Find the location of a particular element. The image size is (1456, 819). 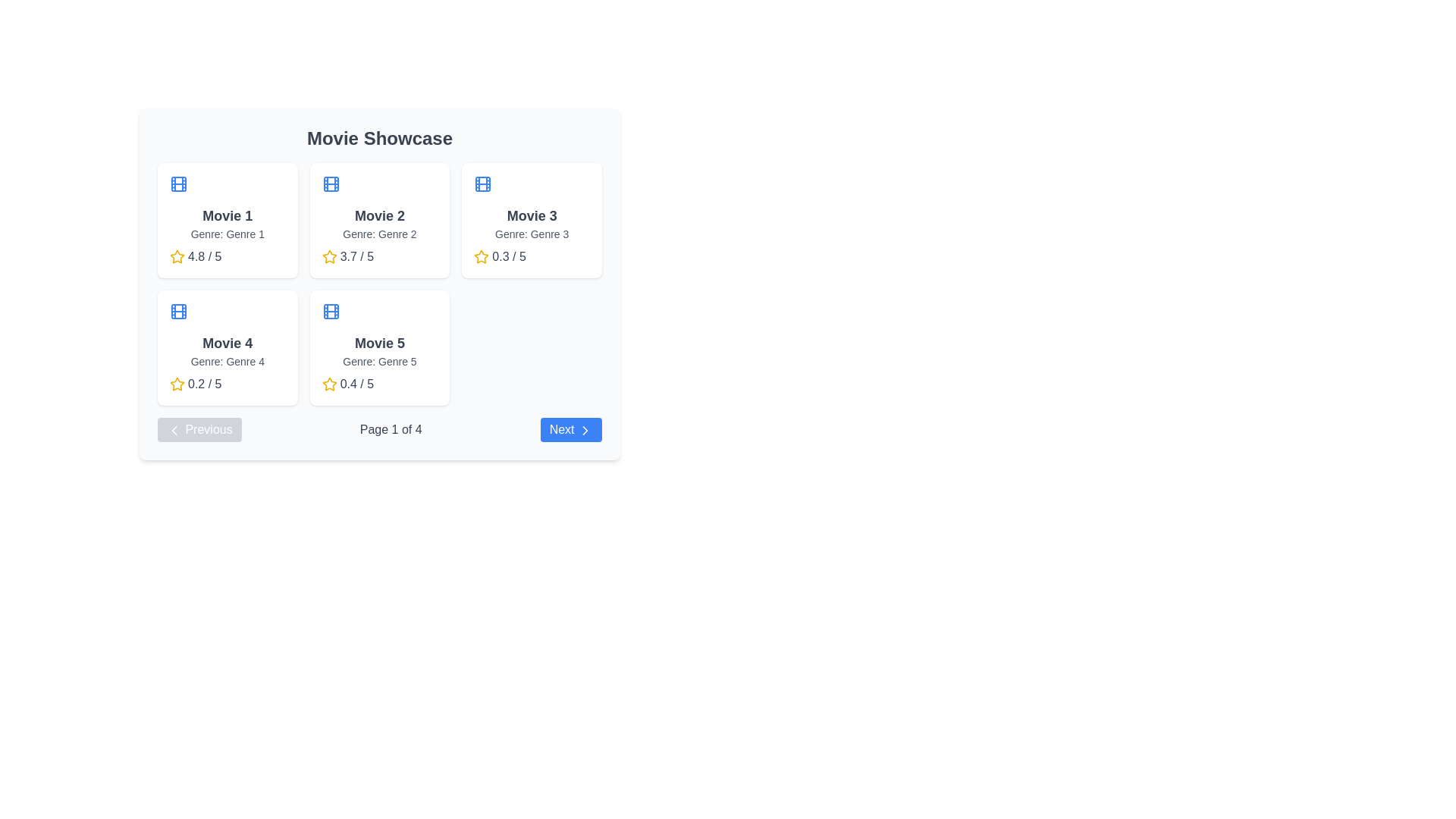

the yellow outlined star icon that represents the first rating for 'Movie 4' to associate it with the rating text is located at coordinates (177, 383).